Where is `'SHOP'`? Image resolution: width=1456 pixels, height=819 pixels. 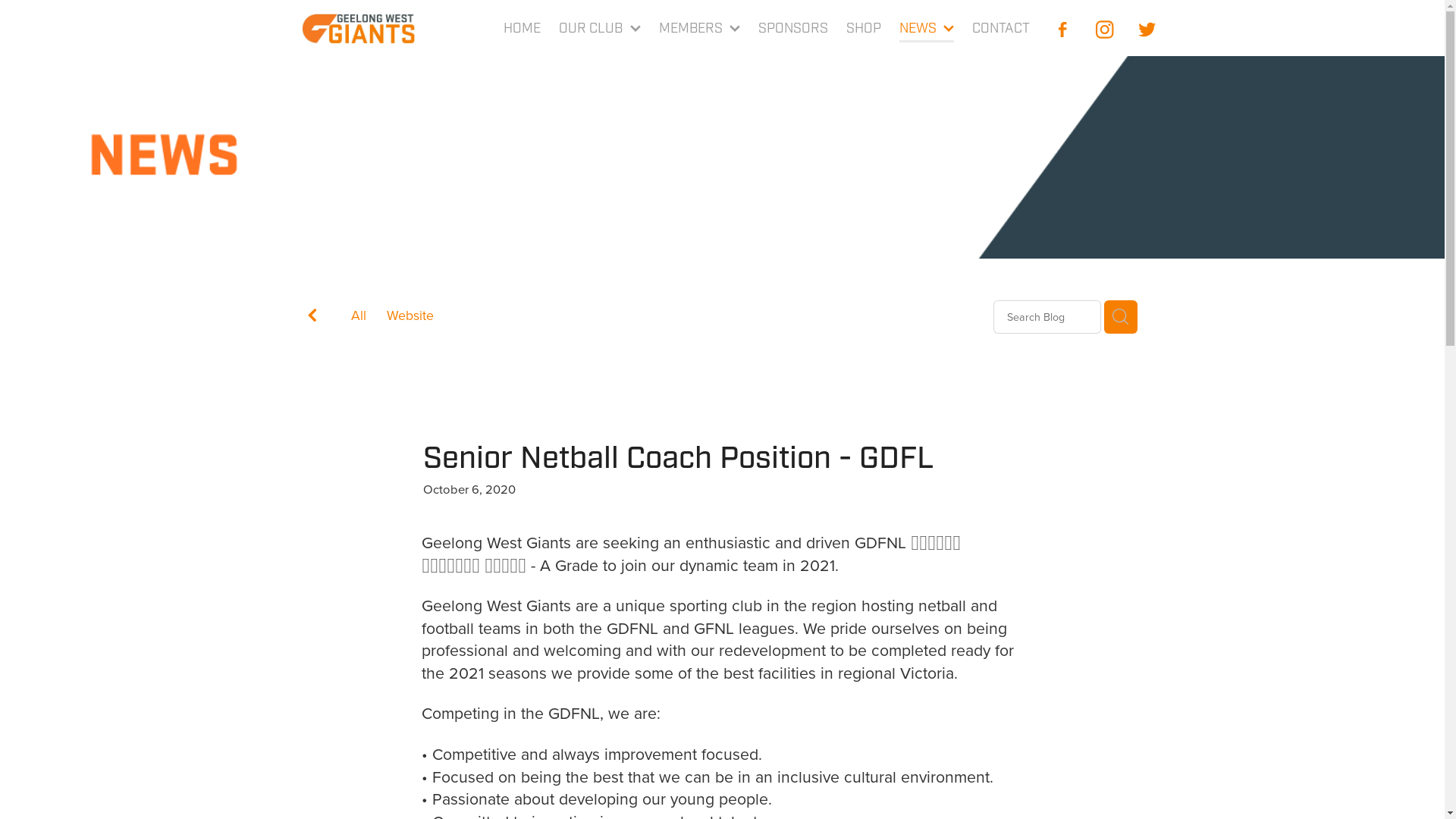
'SHOP' is located at coordinates (863, 29).